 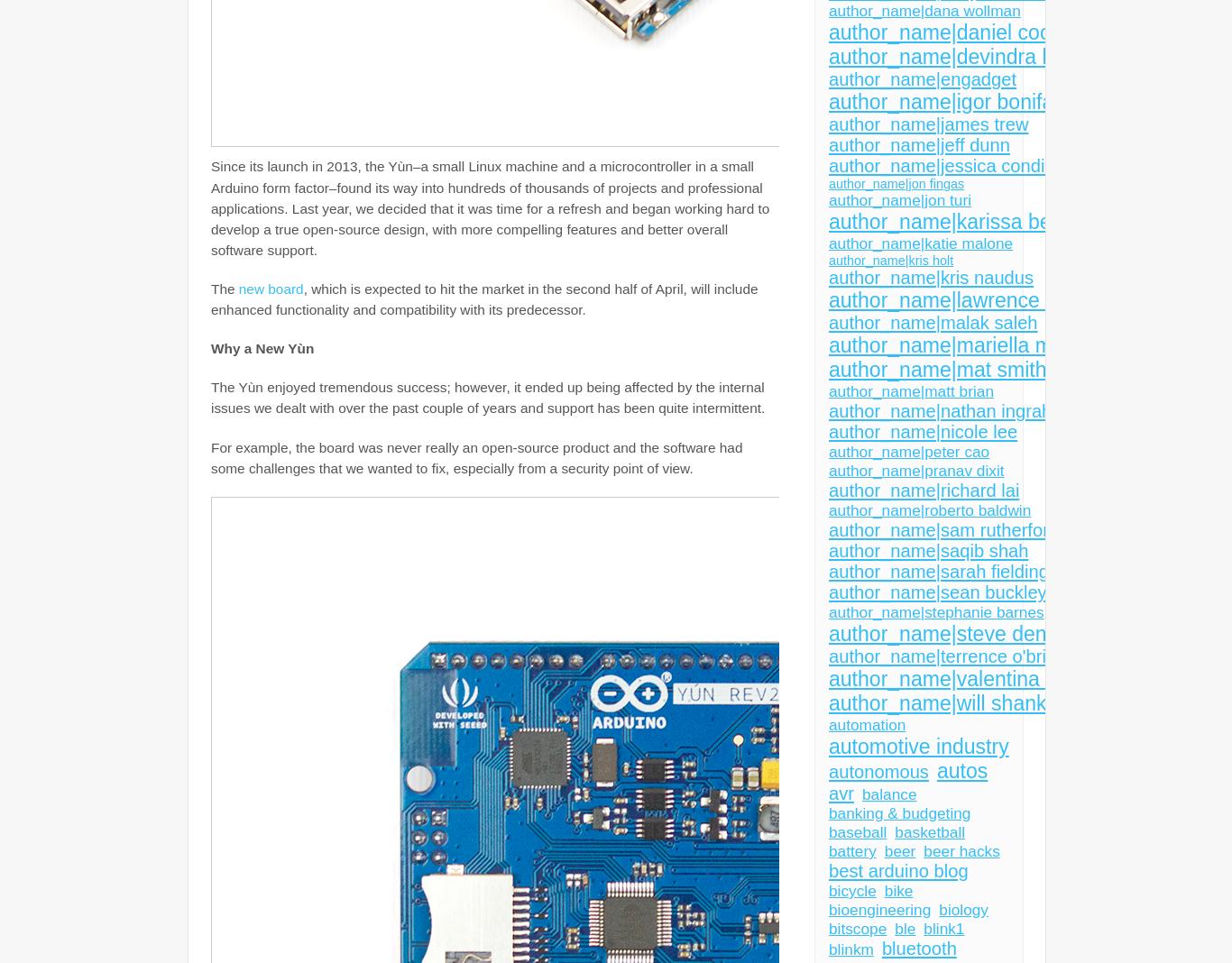 I want to click on 'author_name|richard lai', so click(x=924, y=490).